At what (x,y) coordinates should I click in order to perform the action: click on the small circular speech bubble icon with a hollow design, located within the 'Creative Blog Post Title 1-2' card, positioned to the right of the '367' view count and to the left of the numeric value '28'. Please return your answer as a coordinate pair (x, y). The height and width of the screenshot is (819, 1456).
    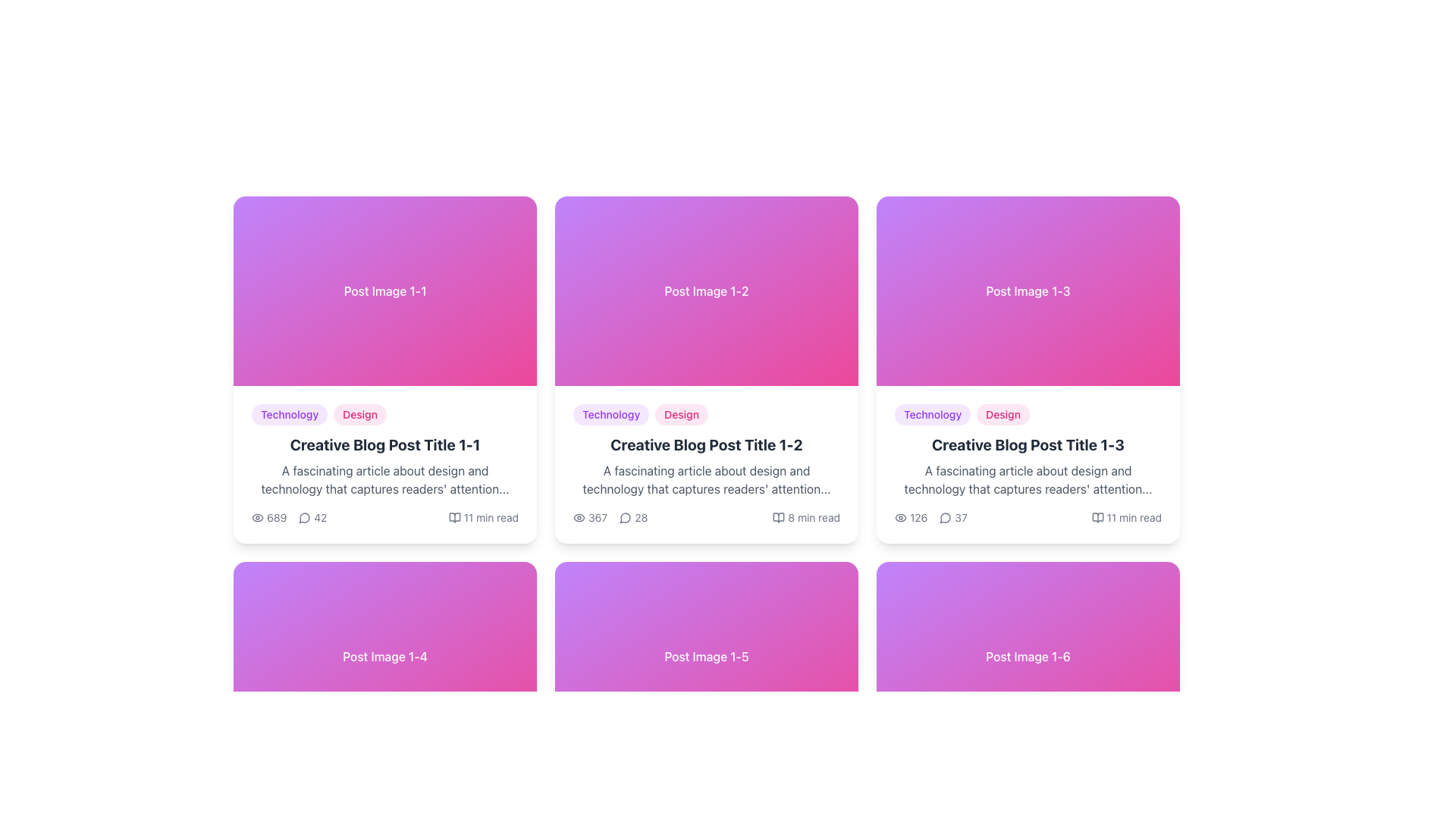
    Looking at the image, I should click on (626, 516).